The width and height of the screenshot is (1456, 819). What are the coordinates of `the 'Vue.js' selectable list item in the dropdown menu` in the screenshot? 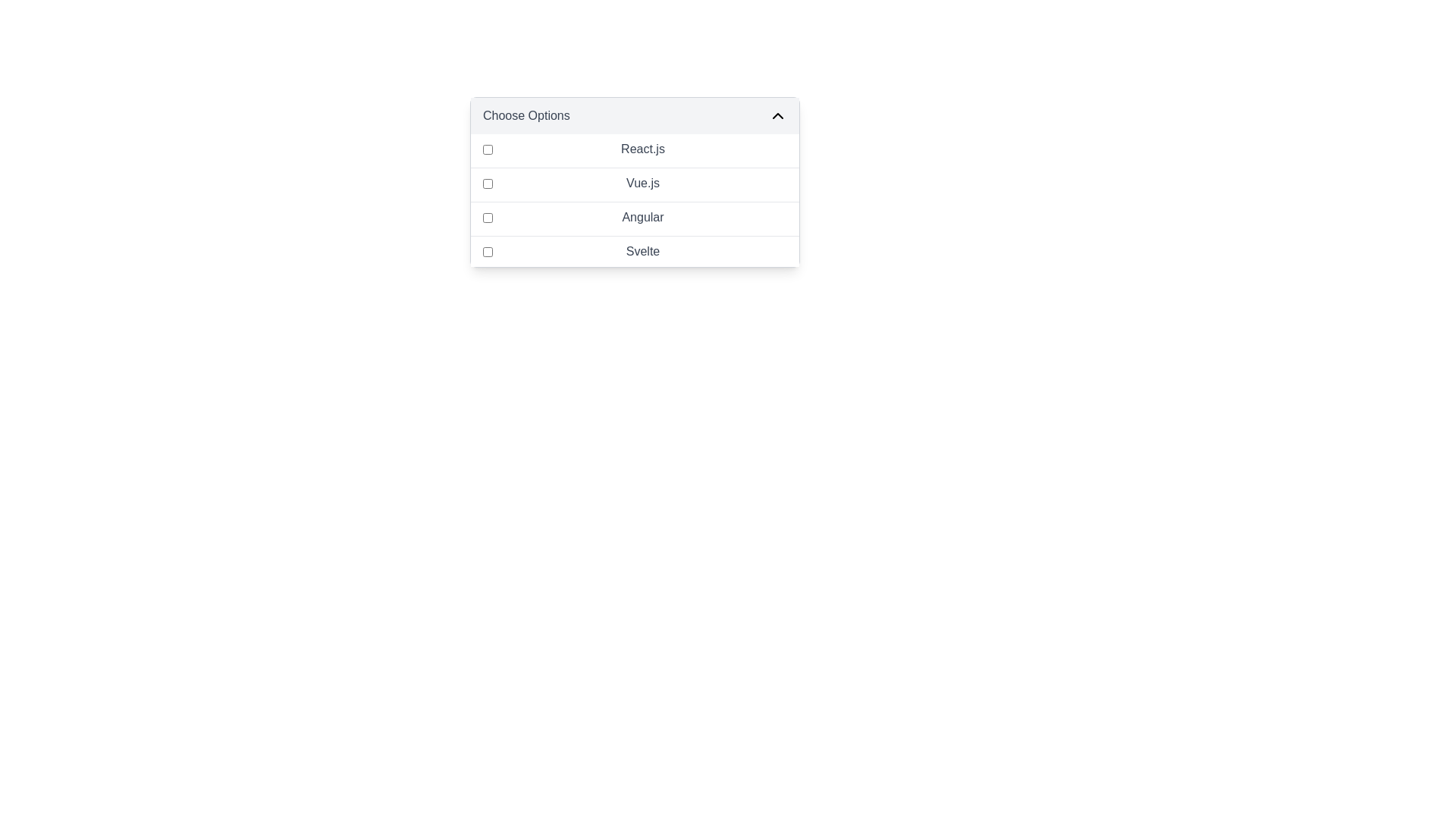 It's located at (635, 182).